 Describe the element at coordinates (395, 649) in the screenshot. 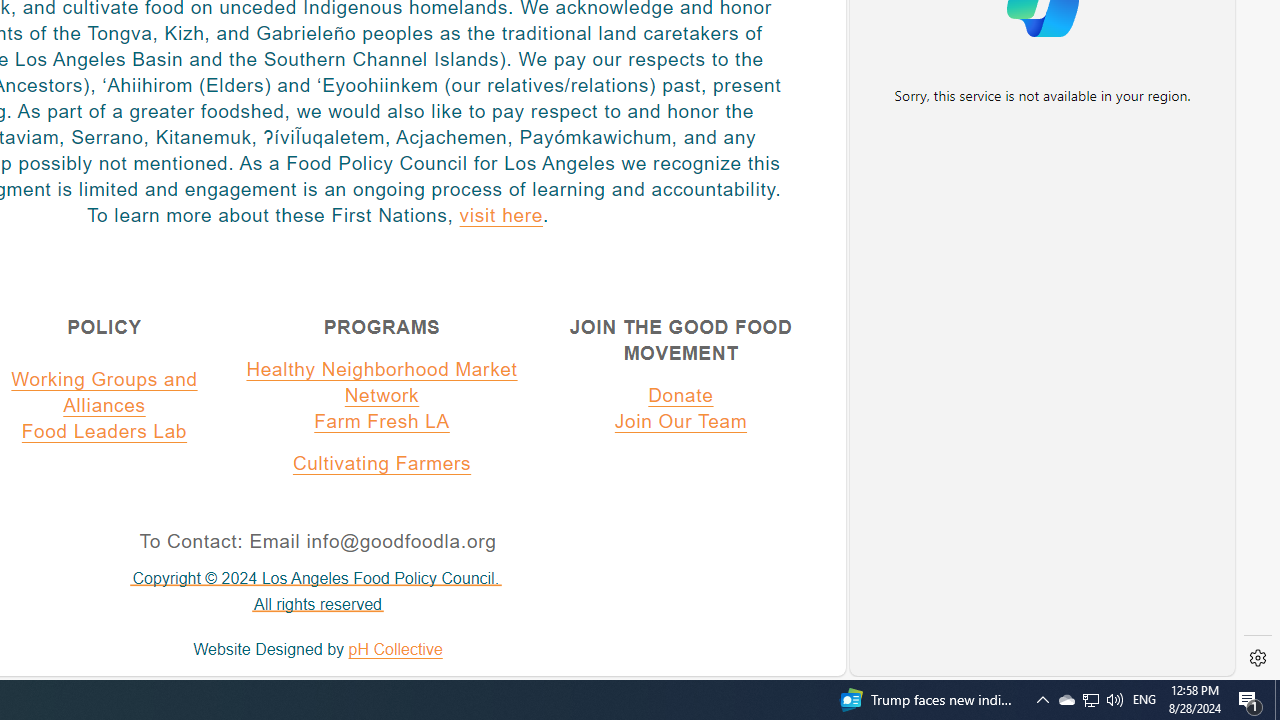

I see `'pH Collective'` at that location.